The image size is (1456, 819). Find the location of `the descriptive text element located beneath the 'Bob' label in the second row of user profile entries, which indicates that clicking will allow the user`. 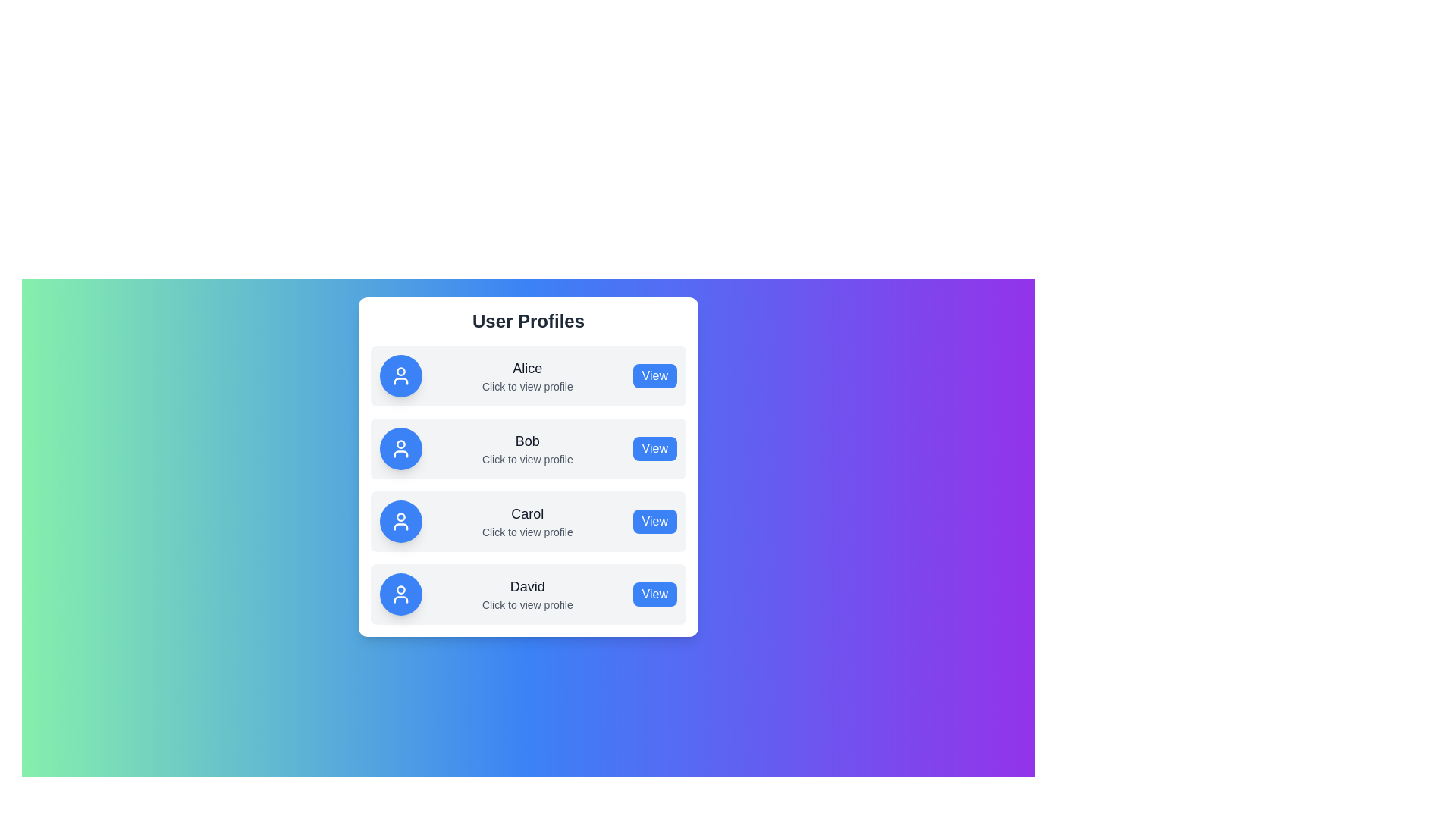

the descriptive text element located beneath the 'Bob' label in the second row of user profile entries, which indicates that clicking will allow the user is located at coordinates (527, 458).